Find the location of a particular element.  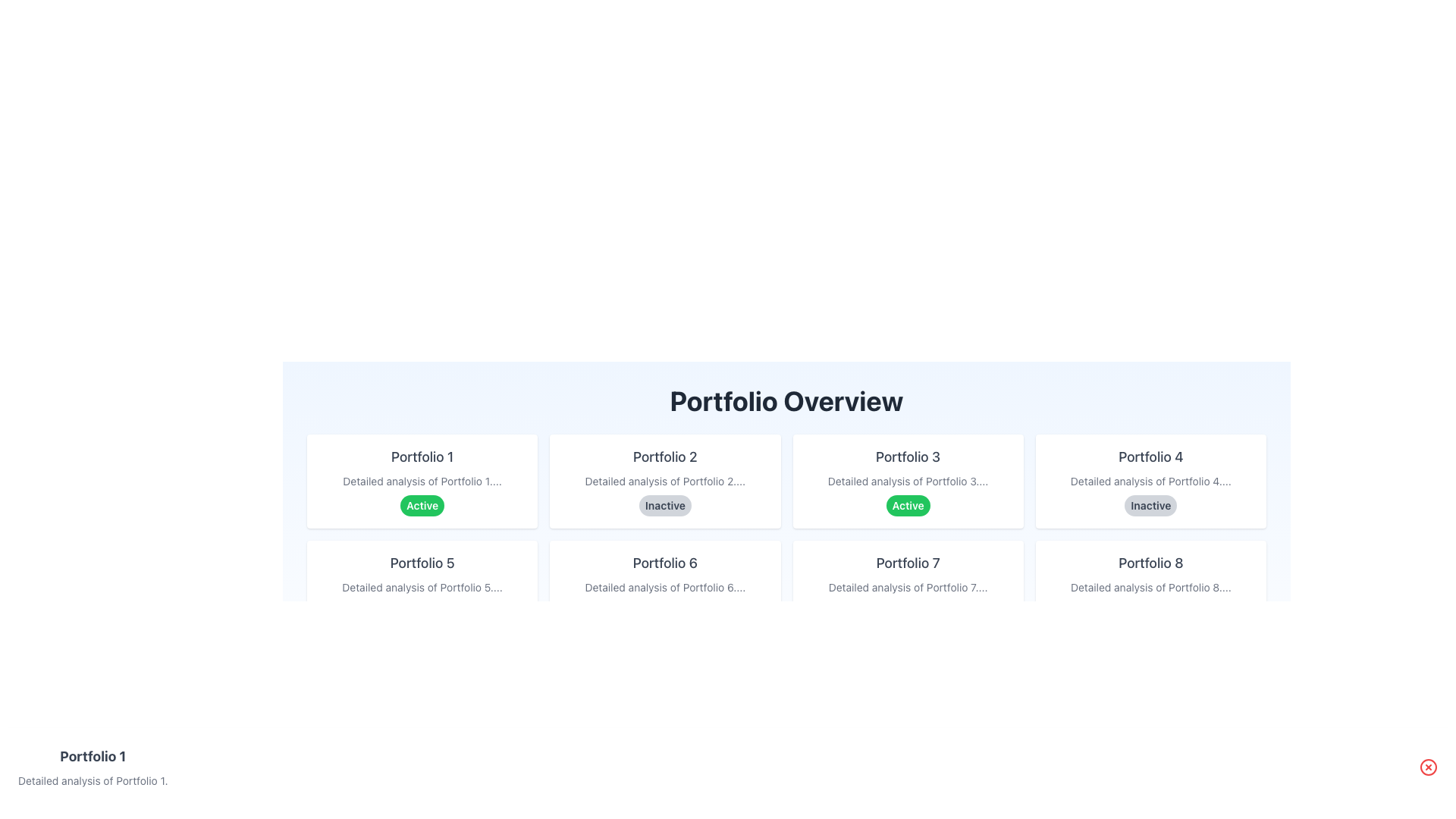

the text label that reads 'Portfolio 2', which is styled with a larger font size and dark gray color, located at the top of the second card in a horizontal layout of portfolio cards is located at coordinates (665, 456).